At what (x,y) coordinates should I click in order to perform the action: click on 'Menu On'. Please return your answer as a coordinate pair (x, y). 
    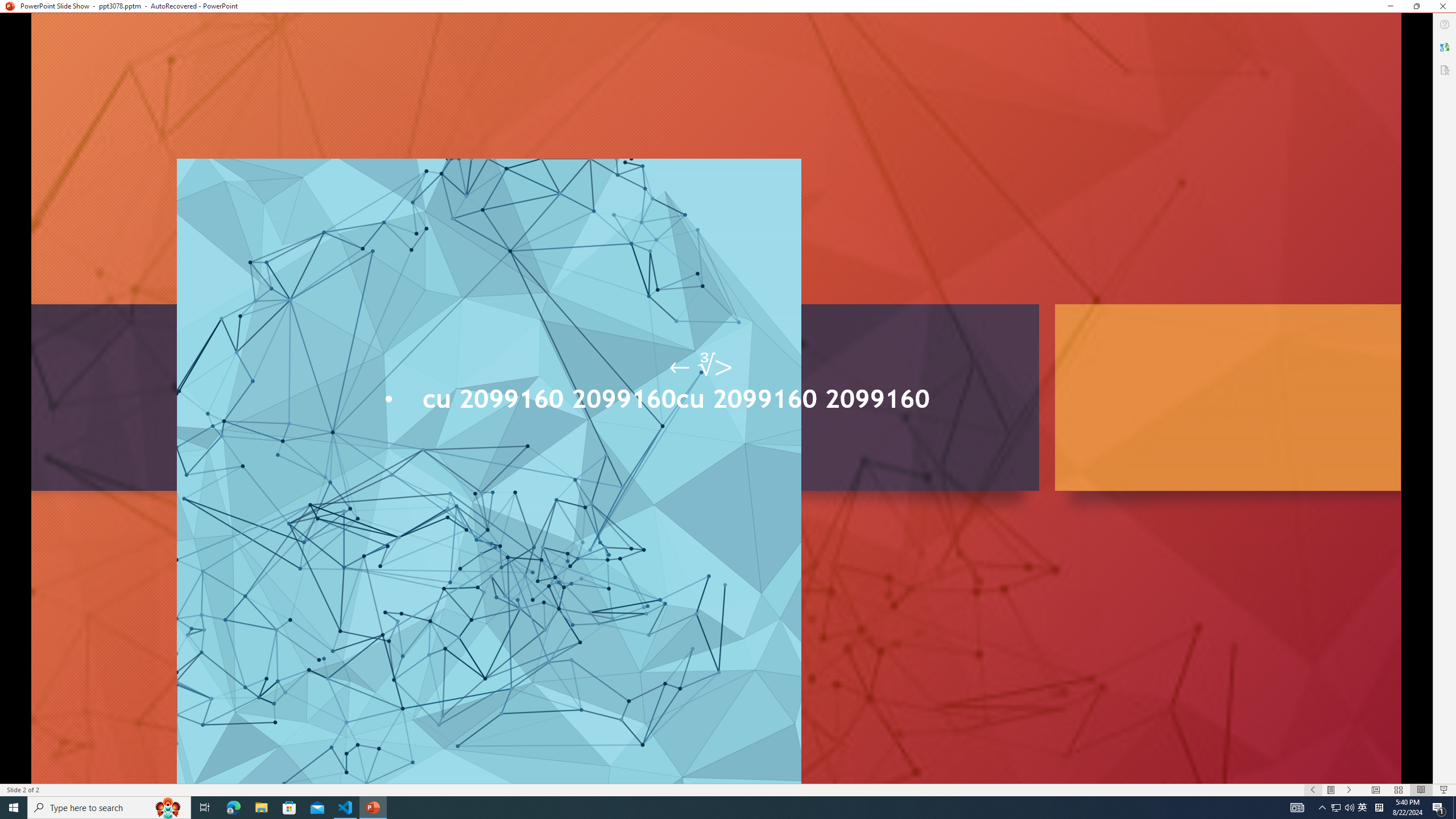
    Looking at the image, I should click on (1331, 790).